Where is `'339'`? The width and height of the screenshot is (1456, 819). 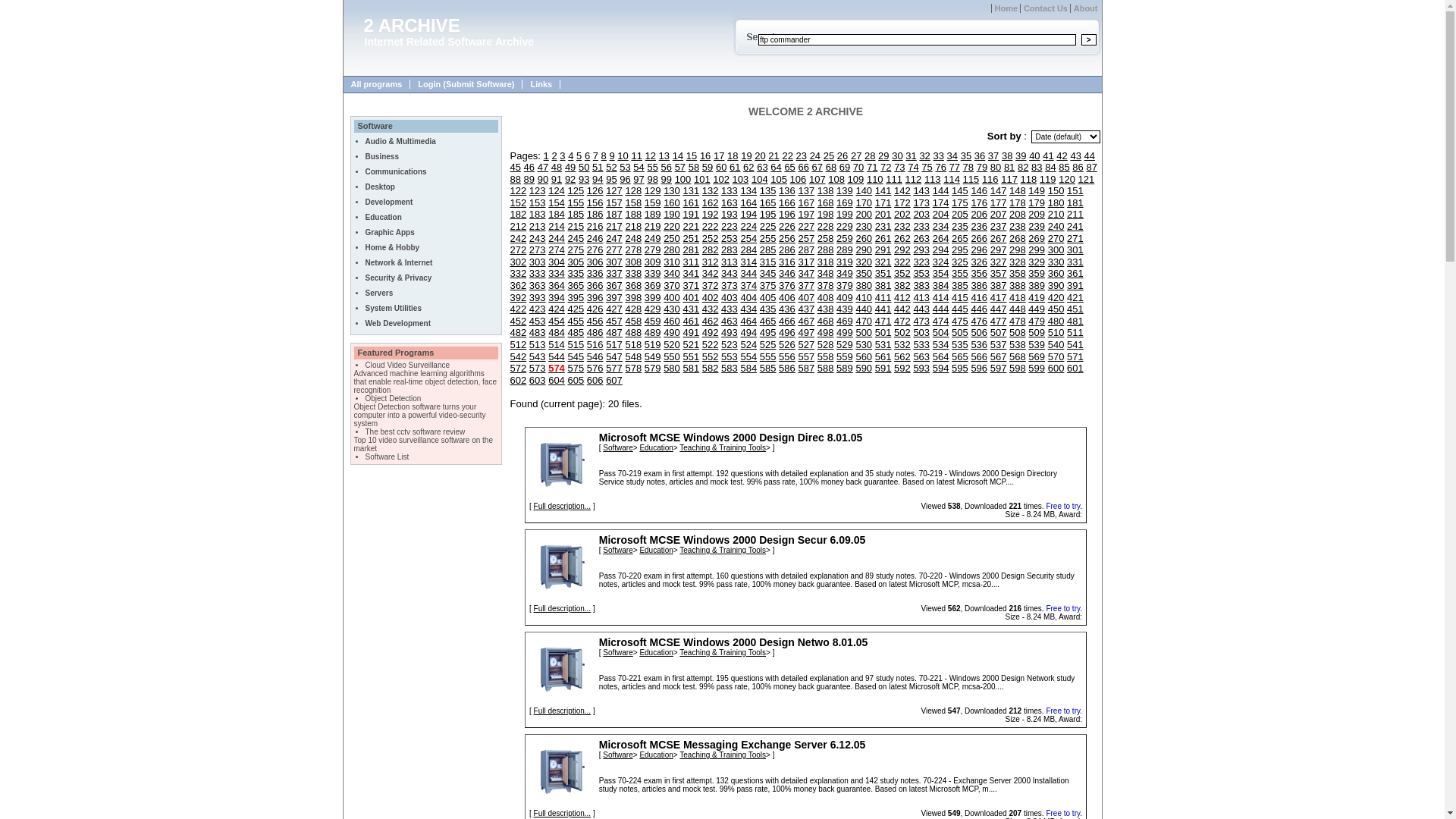 '339' is located at coordinates (652, 273).